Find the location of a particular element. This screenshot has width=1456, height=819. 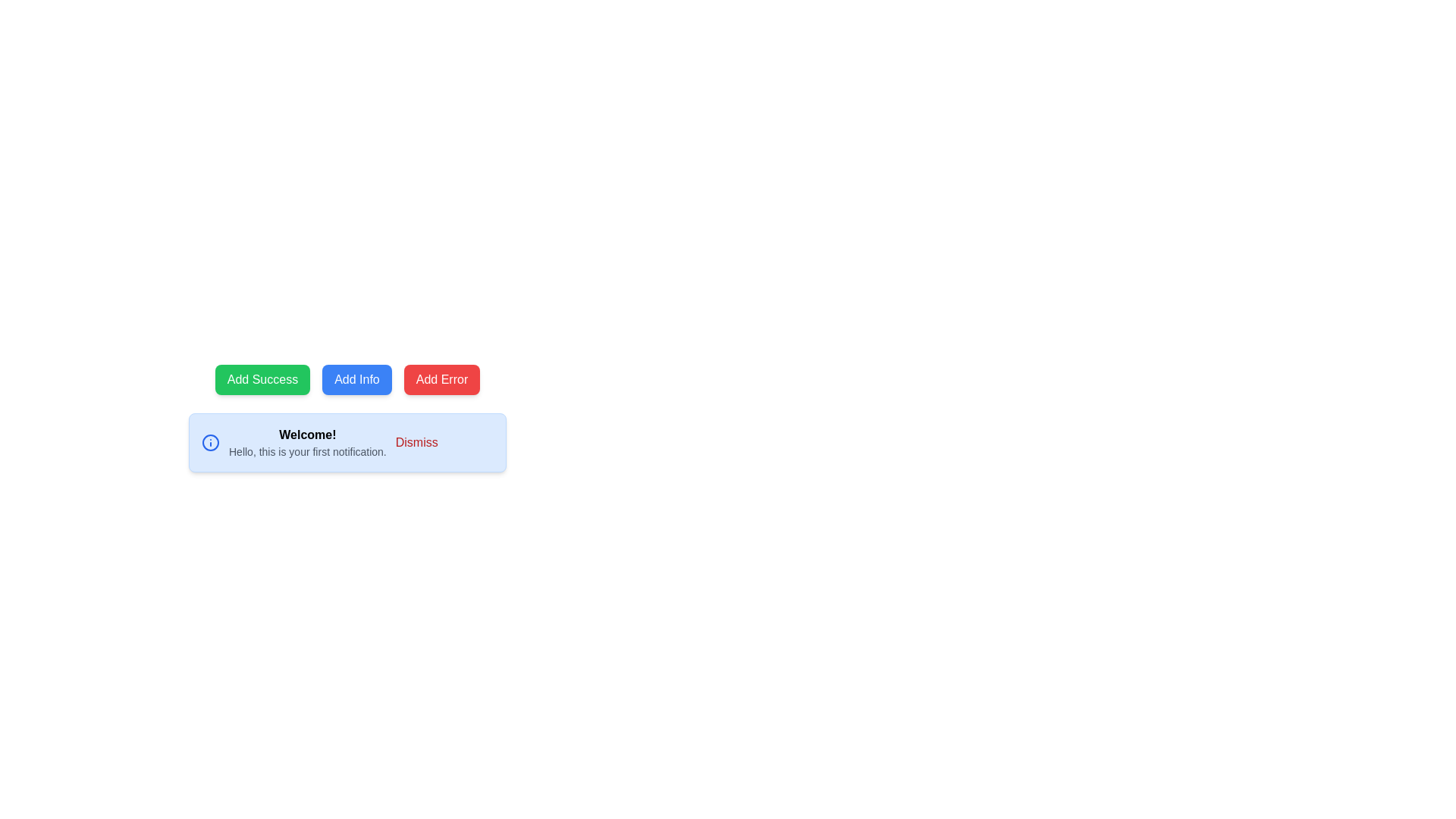

the 'Add Success' button, which is the leftmost button in a group of three buttons intended for displaying success messages, to provide visual feedback is located at coordinates (262, 379).